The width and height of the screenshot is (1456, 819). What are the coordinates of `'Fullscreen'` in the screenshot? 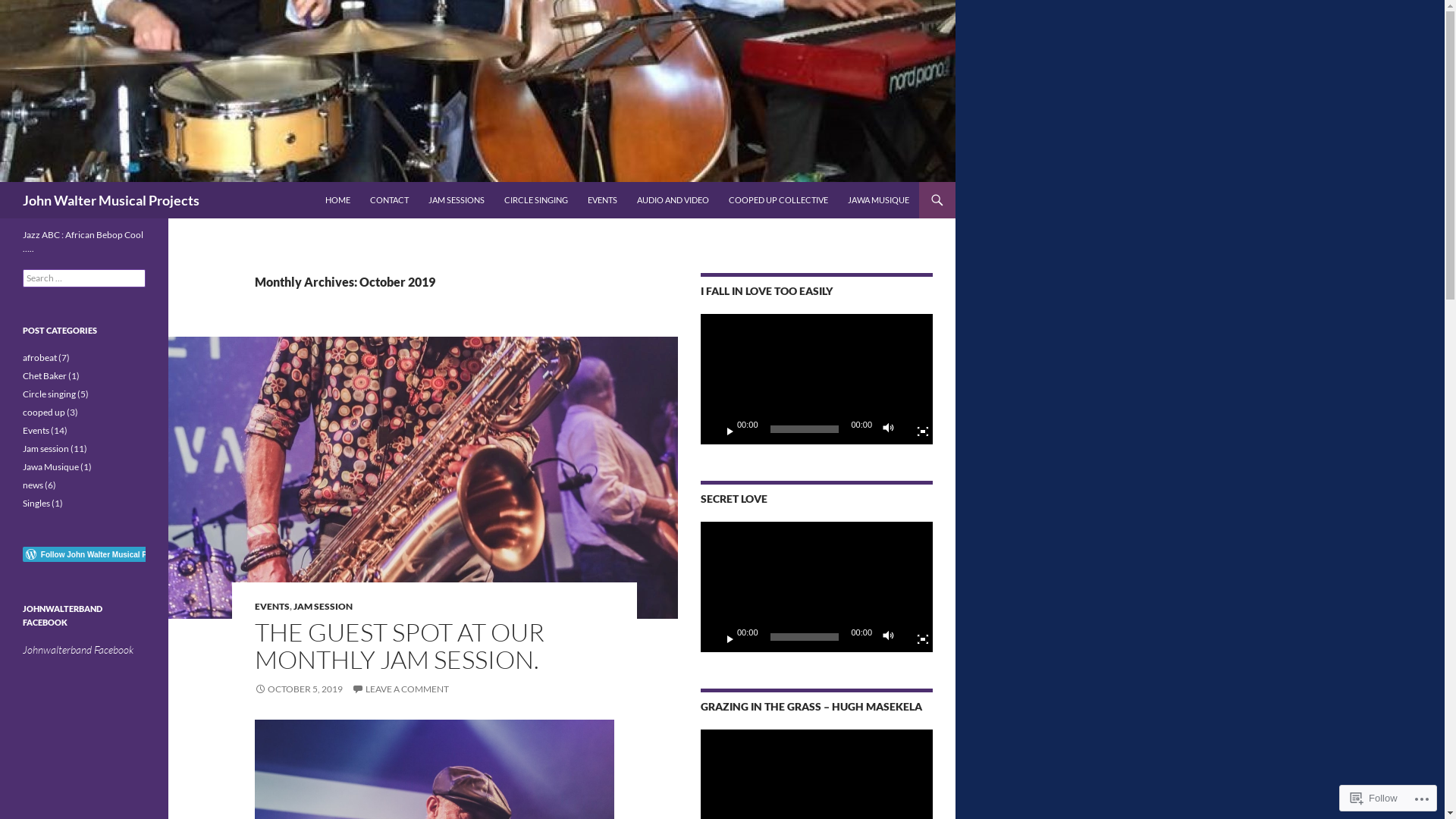 It's located at (916, 637).